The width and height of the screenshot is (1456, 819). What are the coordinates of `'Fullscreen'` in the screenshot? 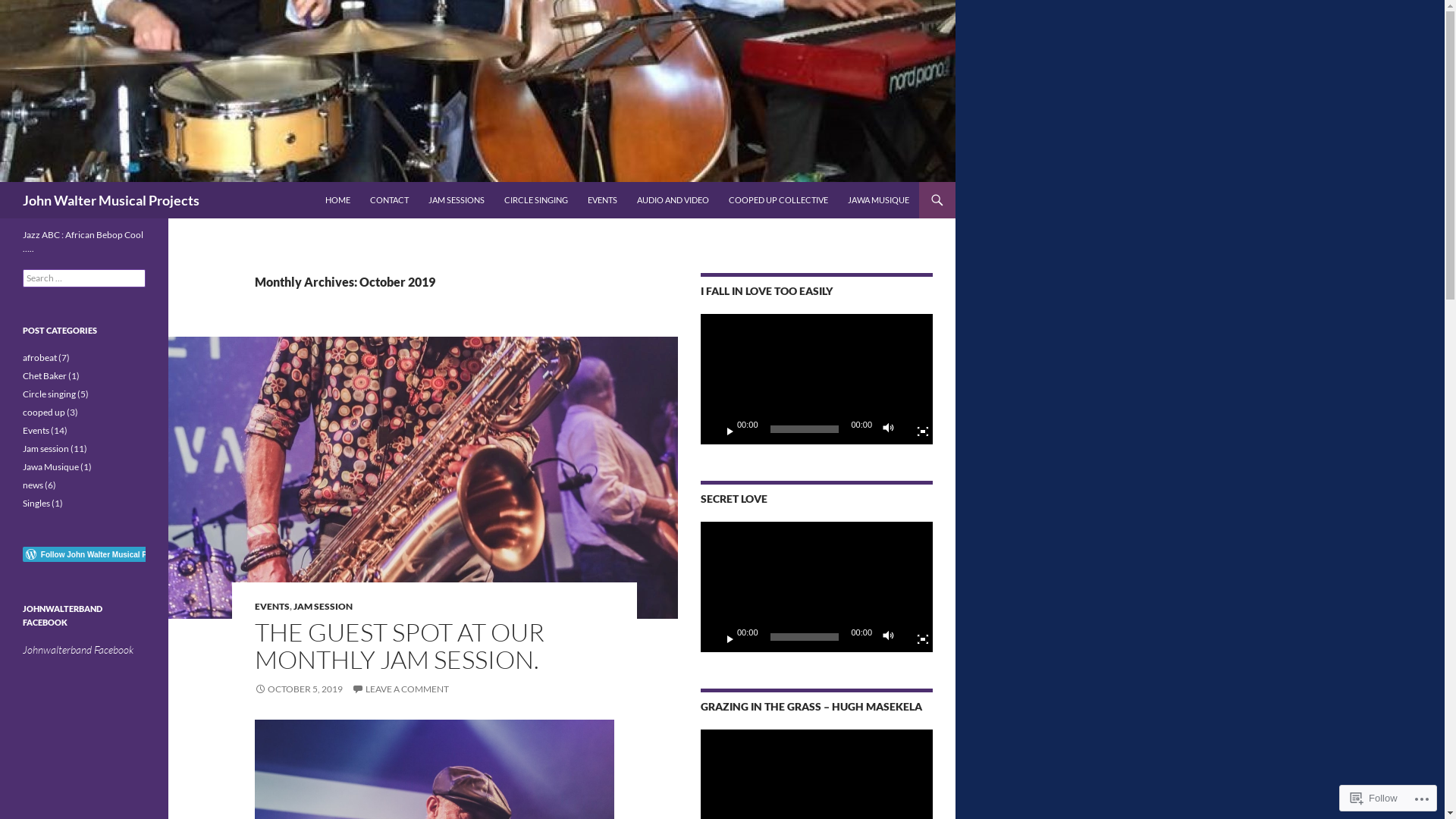 It's located at (916, 637).